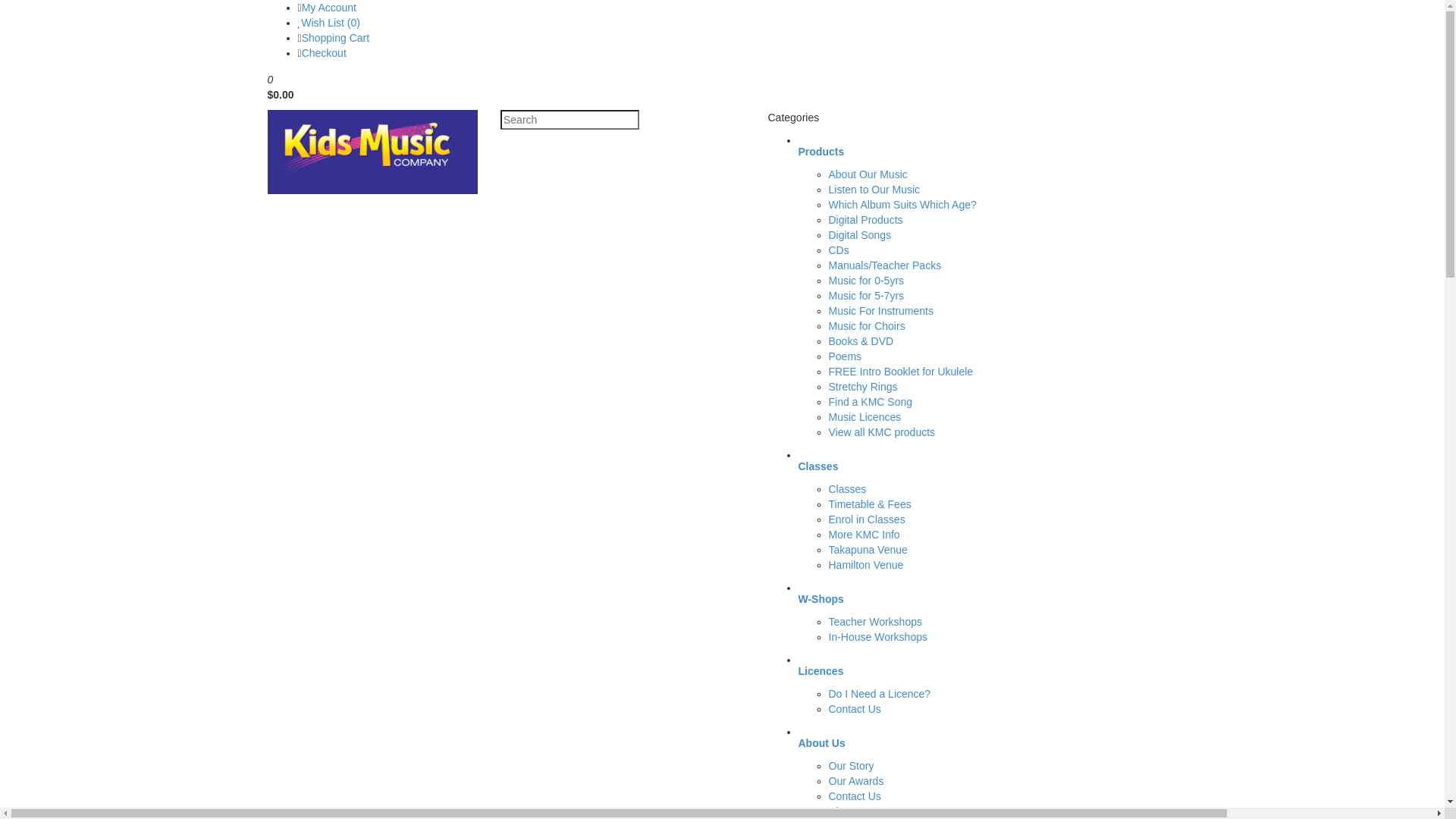 Image resolution: width=1456 pixels, height=819 pixels. What do you see at coordinates (827, 341) in the screenshot?
I see `'Books & DVD'` at bounding box center [827, 341].